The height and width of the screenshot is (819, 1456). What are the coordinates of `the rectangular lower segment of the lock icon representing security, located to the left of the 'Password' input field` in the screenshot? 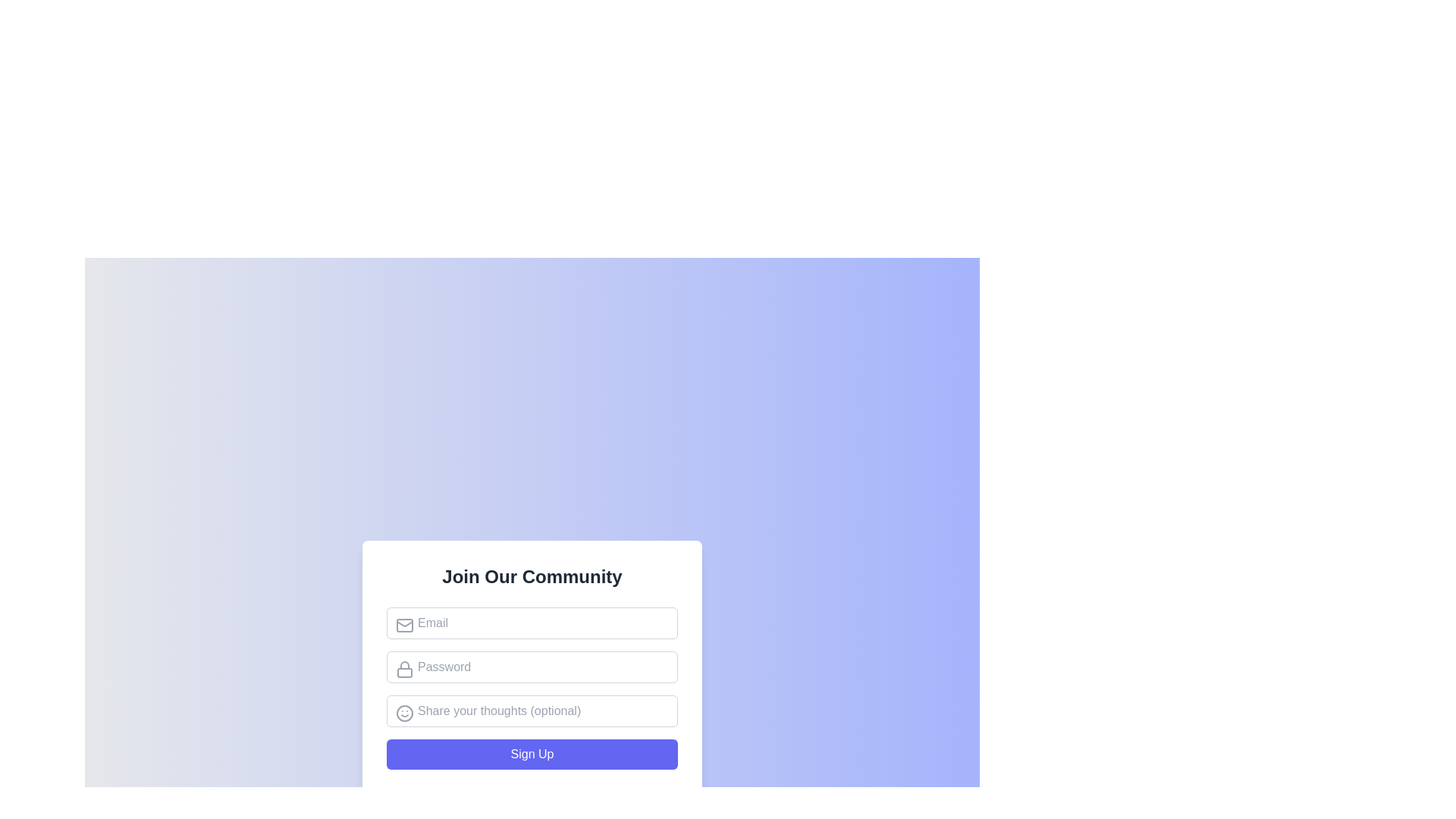 It's located at (404, 672).